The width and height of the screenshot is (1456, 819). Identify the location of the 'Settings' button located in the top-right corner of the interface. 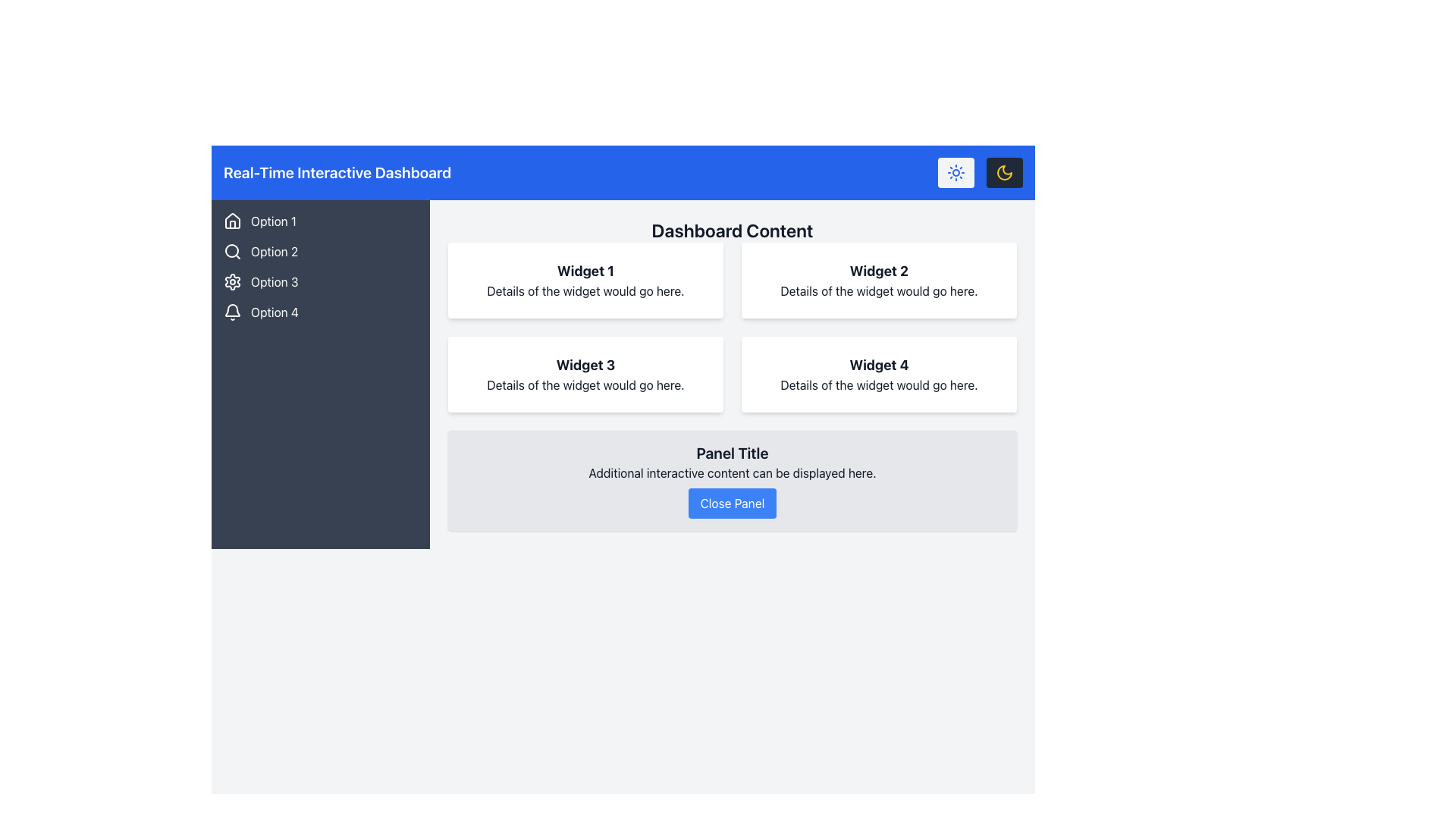
(232, 281).